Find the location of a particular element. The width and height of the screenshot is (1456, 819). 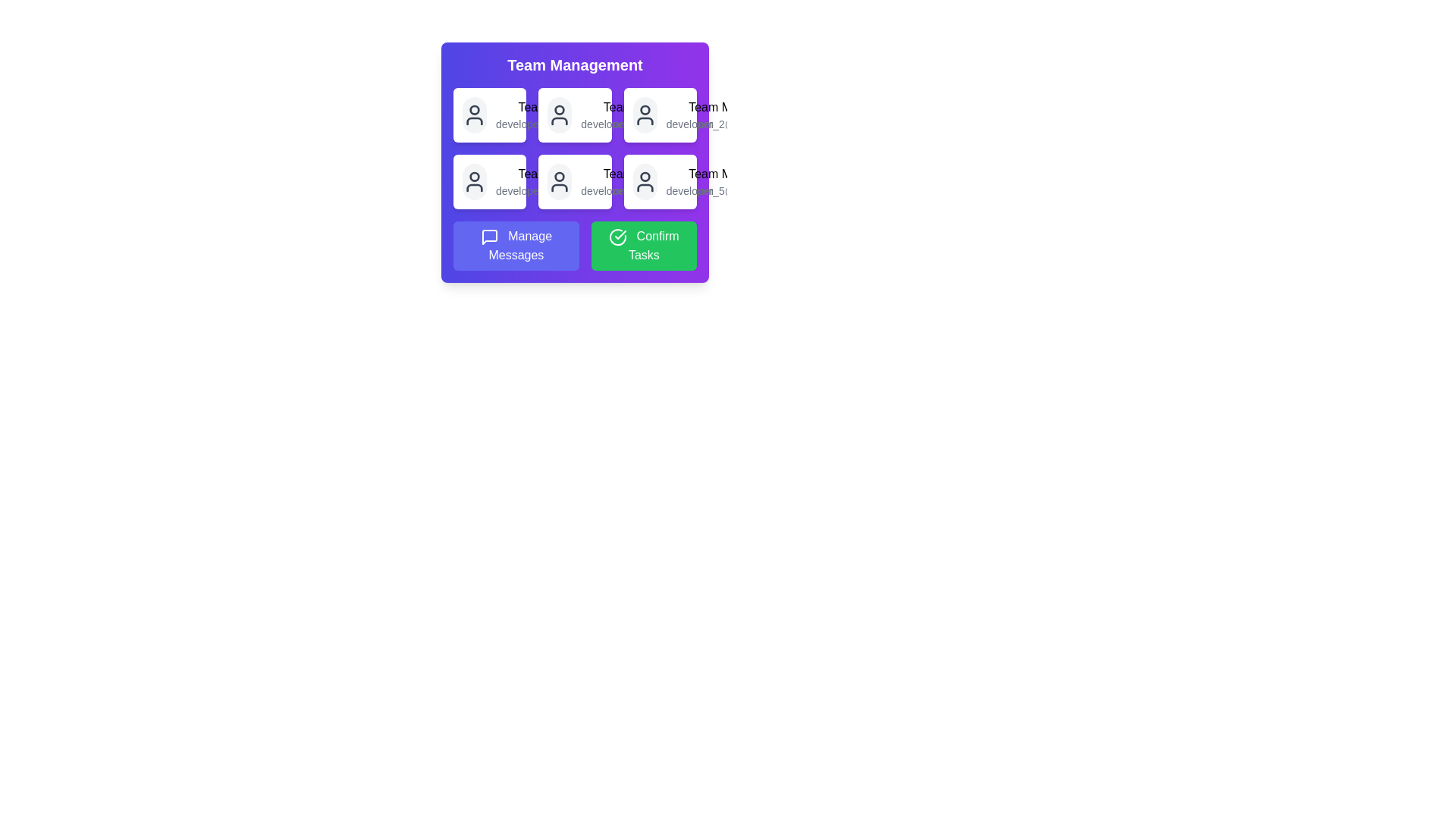

the User Icon, which is a minimalistic profile silhouette within a light gray circular background, located at the center of the grid in the 'Team Management' card is located at coordinates (559, 114).